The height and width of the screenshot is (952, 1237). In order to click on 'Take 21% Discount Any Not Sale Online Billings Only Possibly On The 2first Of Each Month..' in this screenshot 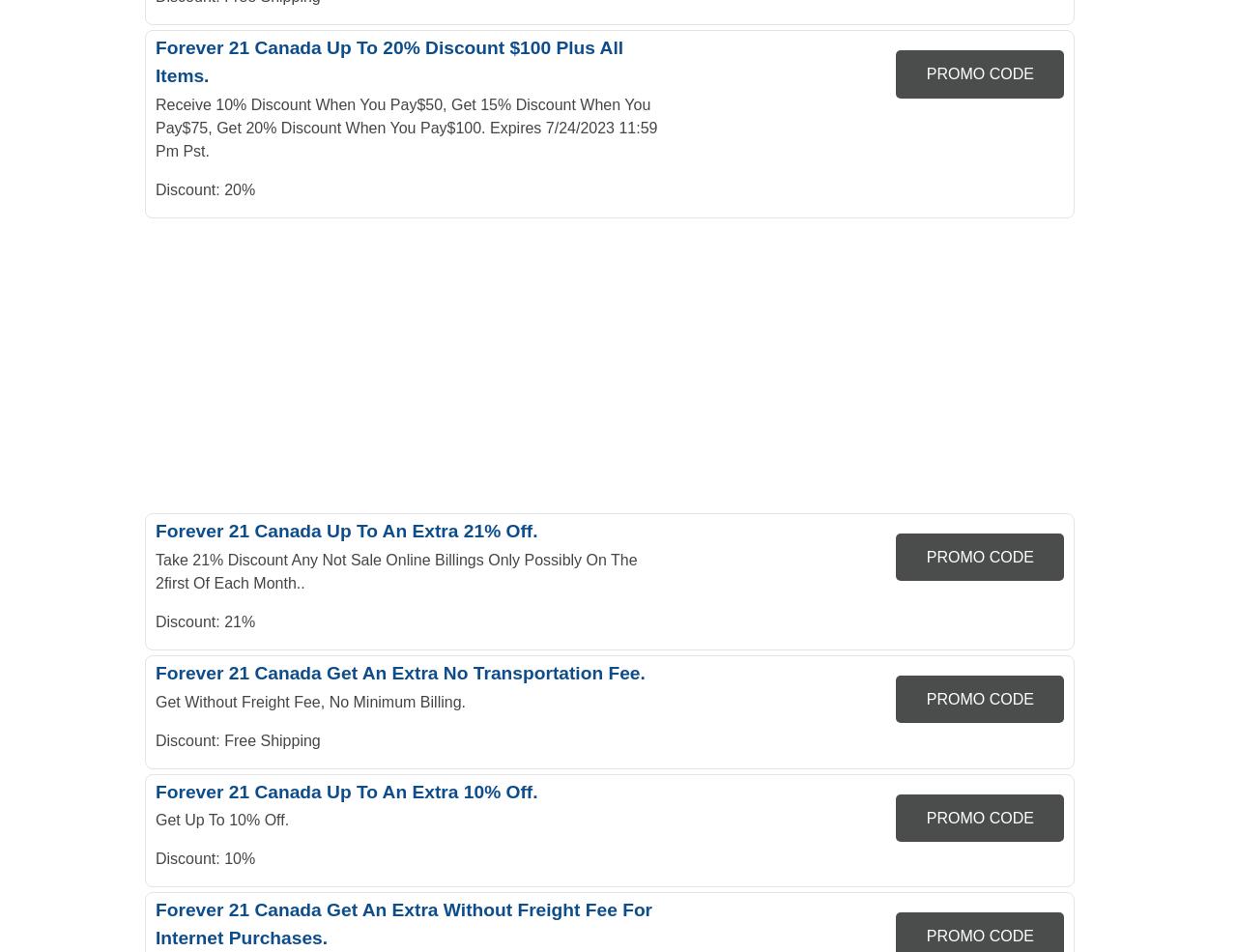, I will do `click(394, 570)`.